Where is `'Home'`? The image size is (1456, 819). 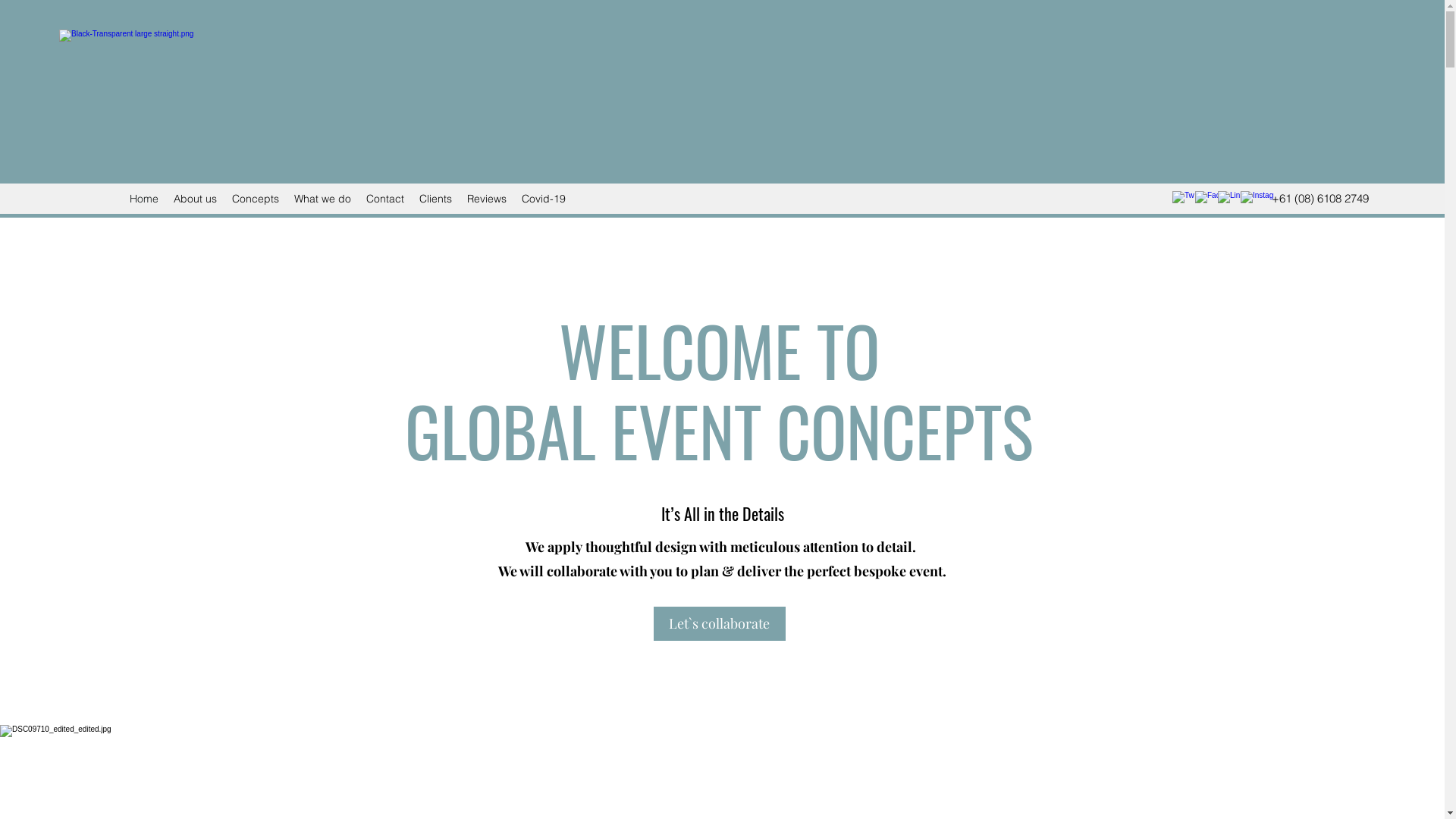 'Home' is located at coordinates (144, 198).